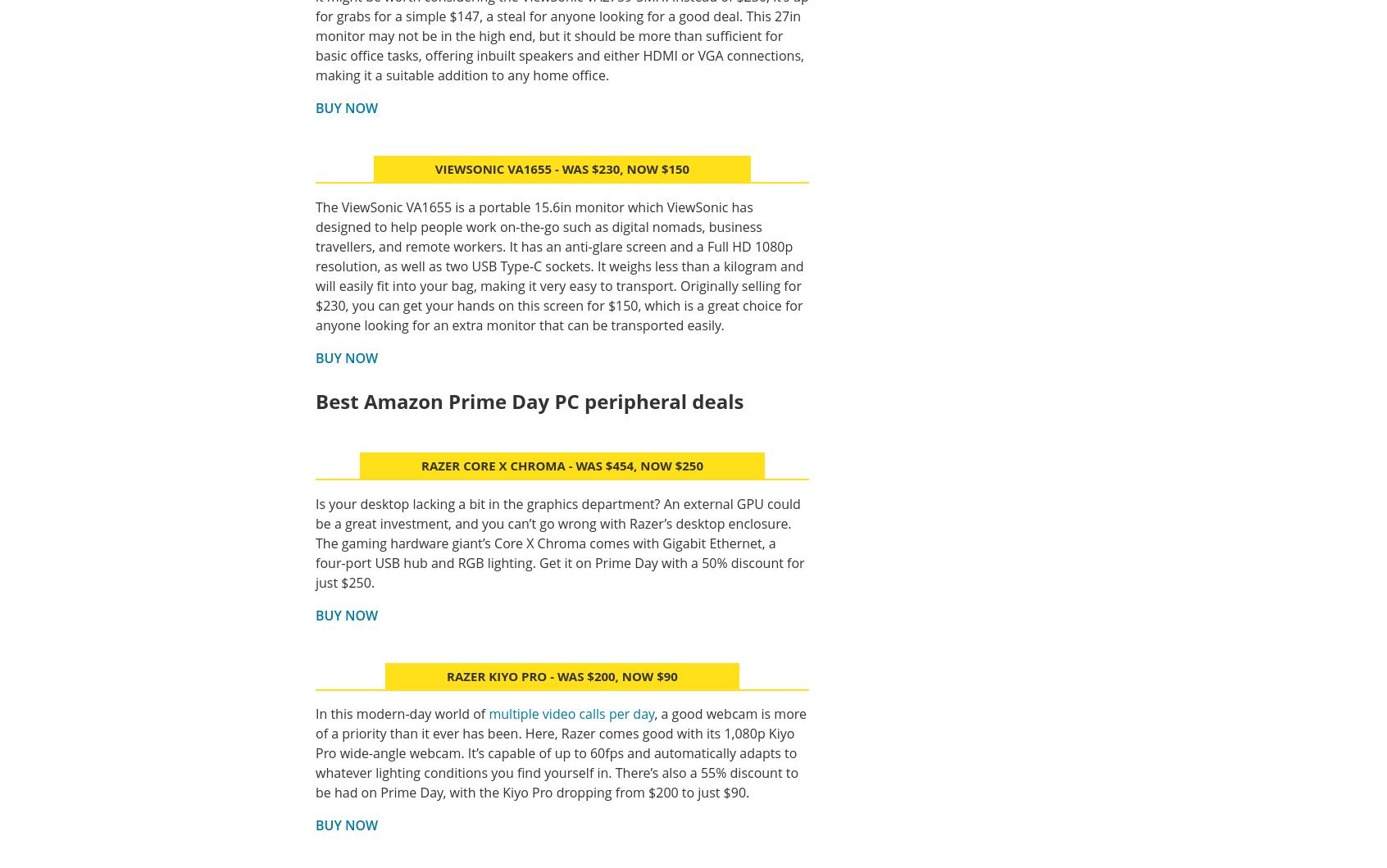 The height and width of the screenshot is (868, 1387). I want to click on 'Best Amazon Prime Day PC peripheral deals', so click(315, 401).